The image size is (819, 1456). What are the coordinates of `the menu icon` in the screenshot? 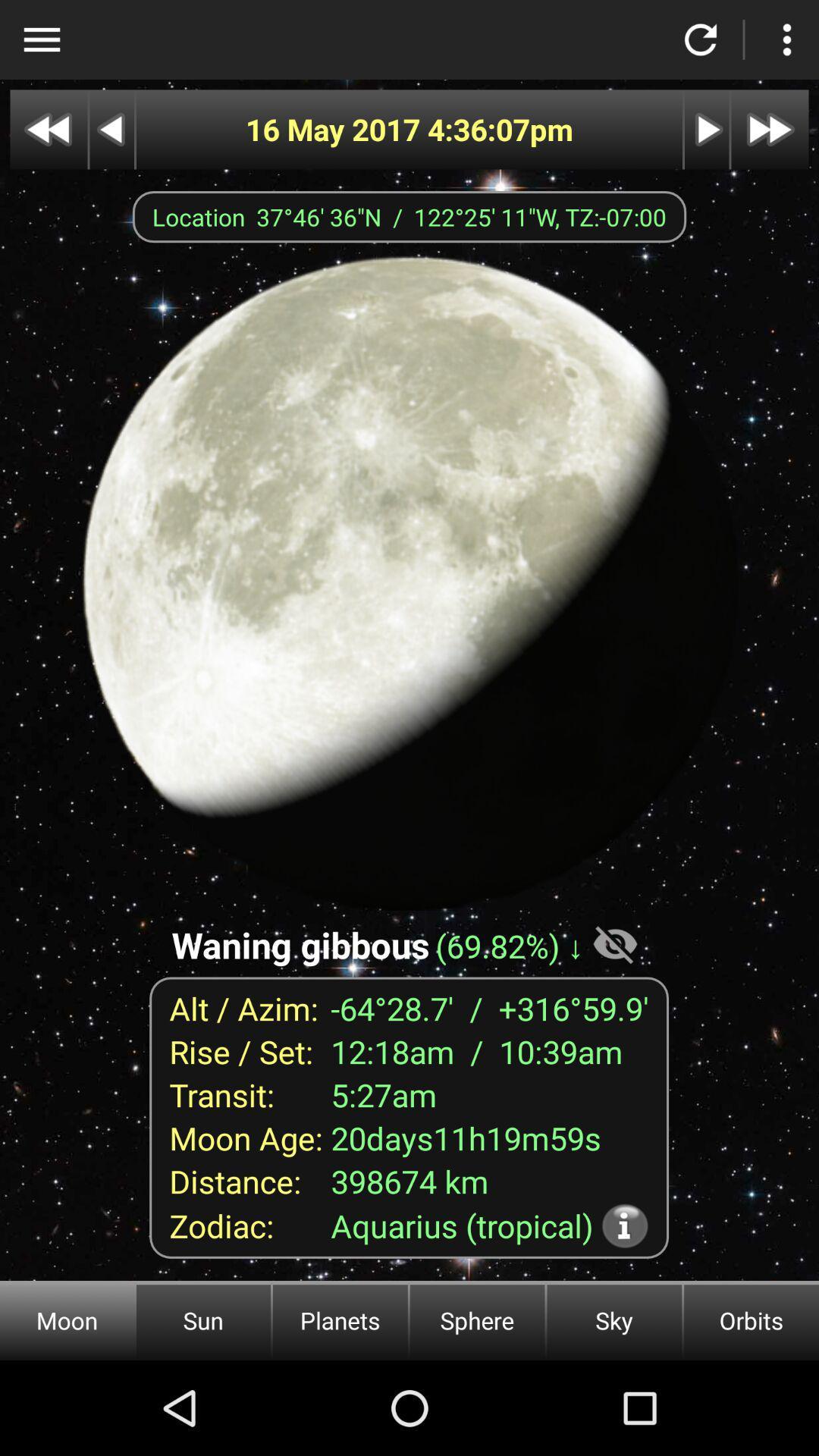 It's located at (41, 39).